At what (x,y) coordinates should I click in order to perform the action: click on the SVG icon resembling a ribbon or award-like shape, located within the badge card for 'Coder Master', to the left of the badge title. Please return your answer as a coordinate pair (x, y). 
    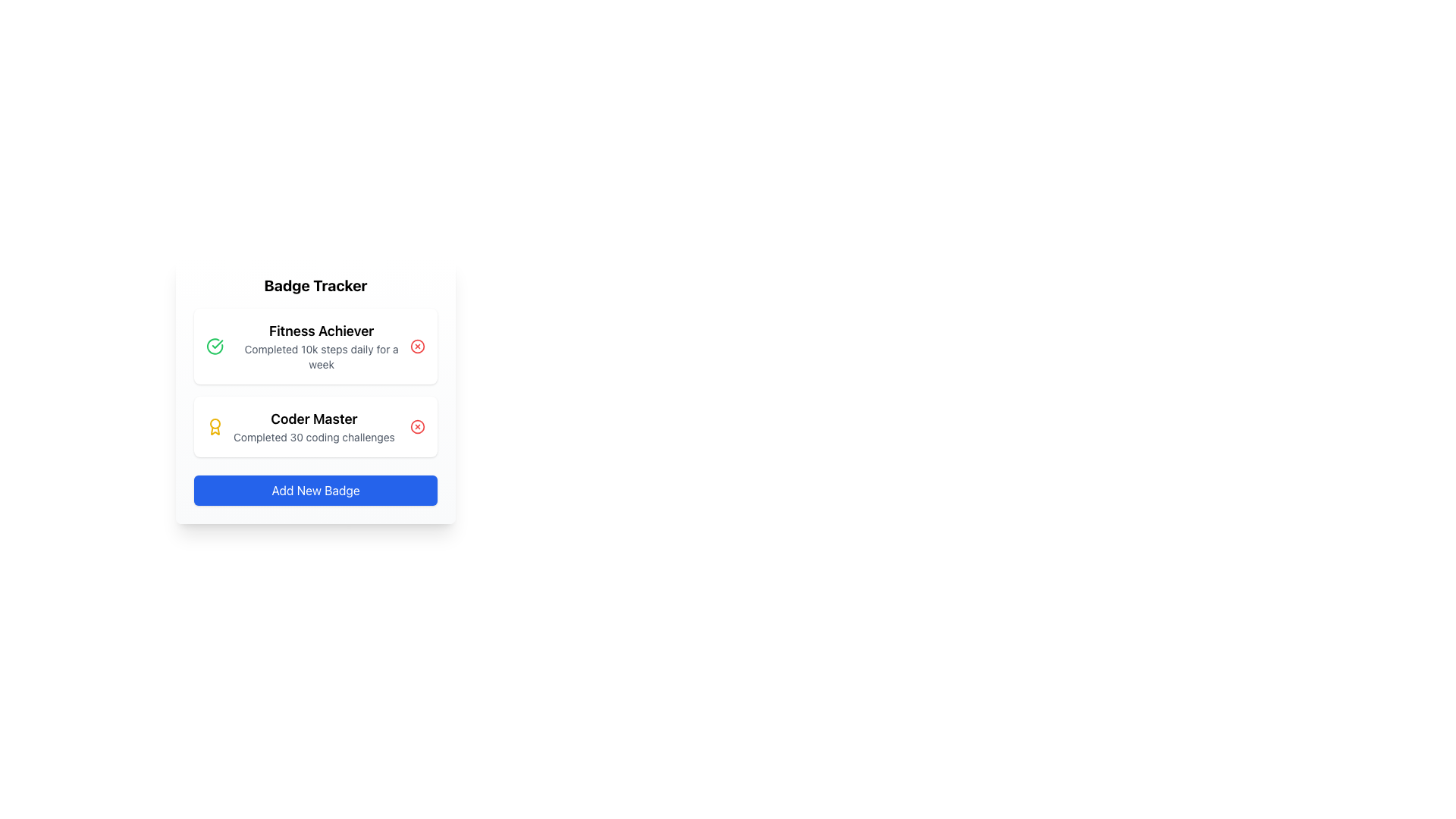
    Looking at the image, I should click on (214, 431).